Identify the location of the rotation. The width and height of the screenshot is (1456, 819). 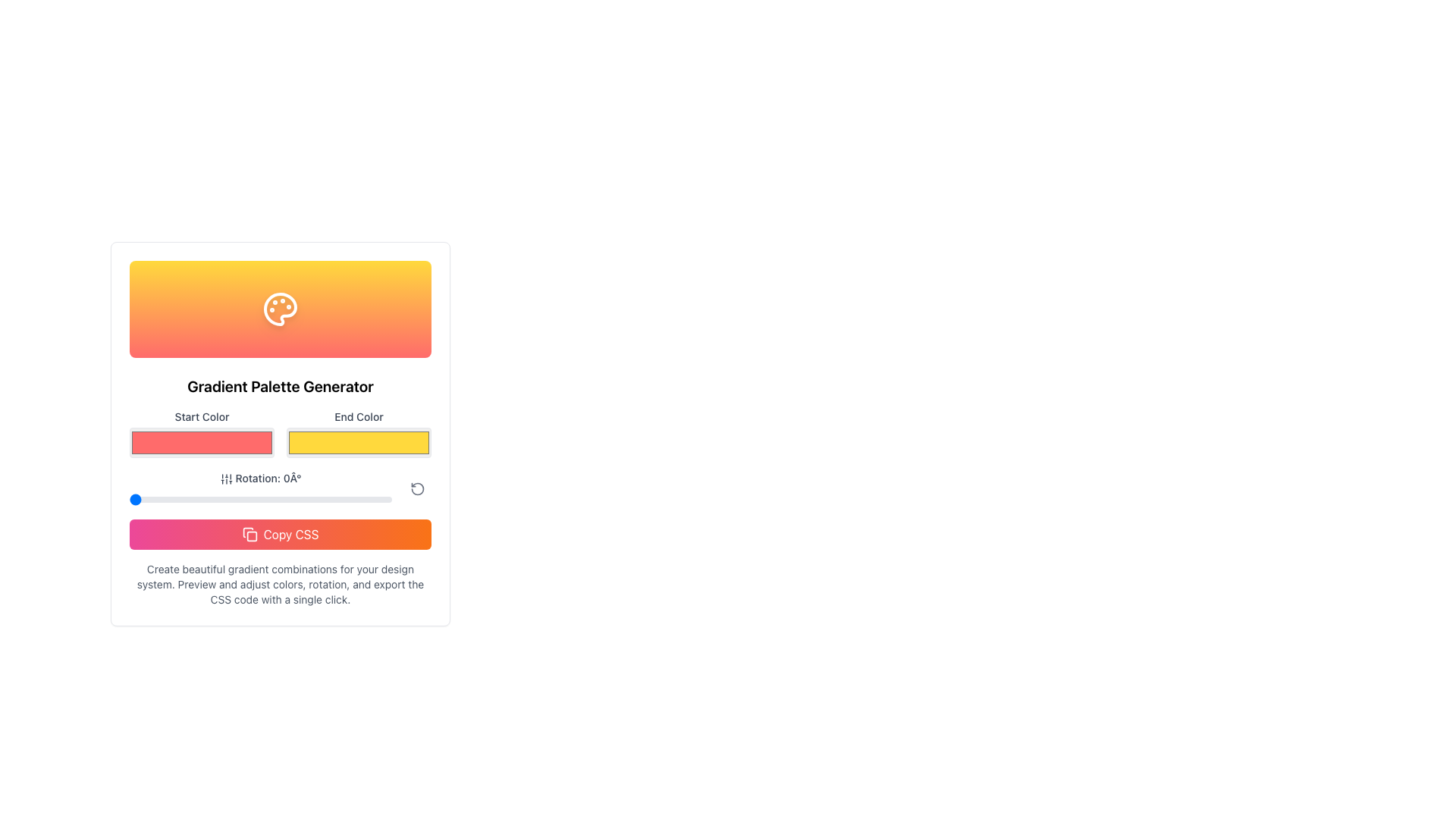
(350, 500).